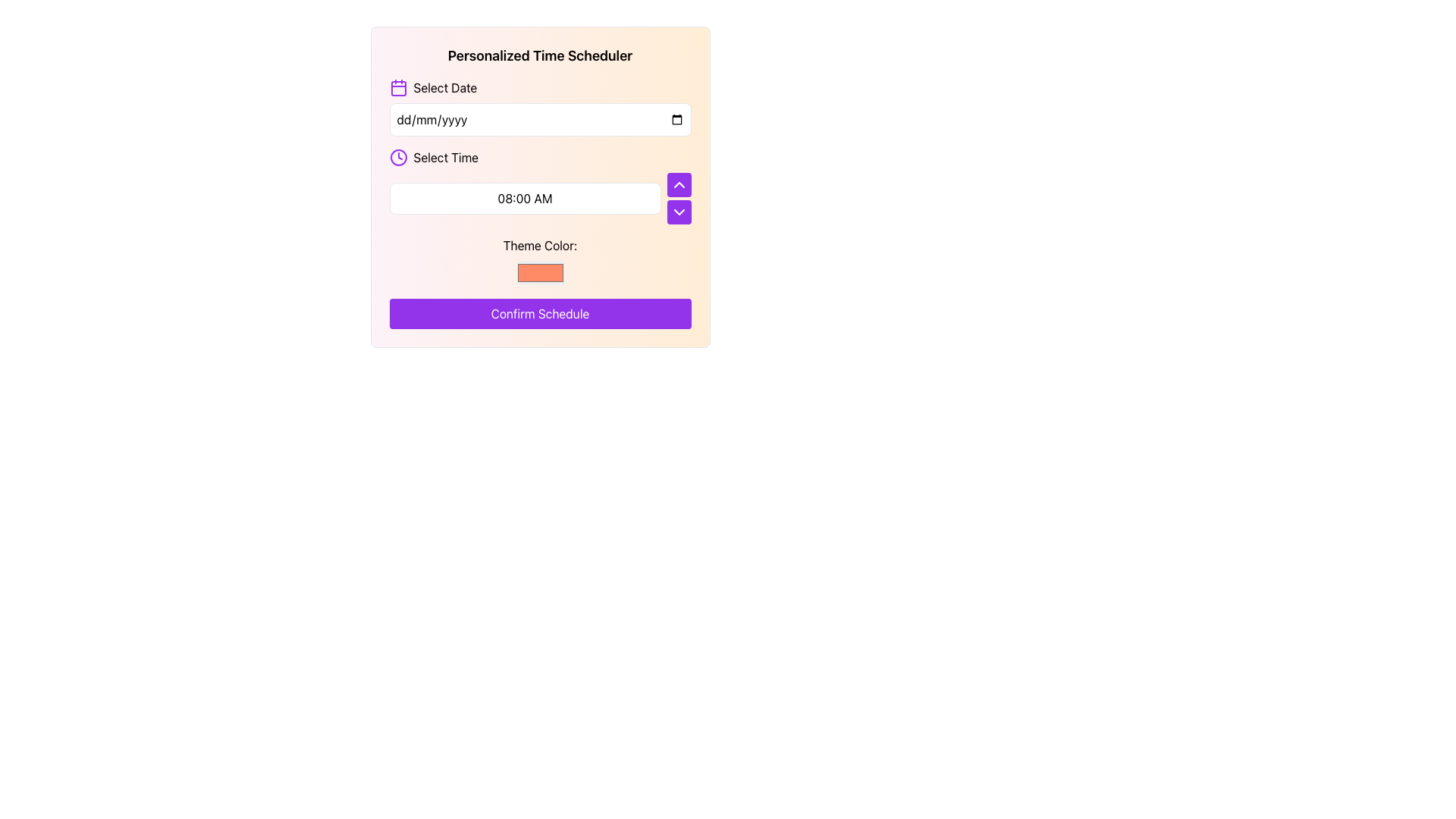  I want to click on the circular shape with a purple outline located at the center of the clock icon, which represents time selection, so click(398, 158).